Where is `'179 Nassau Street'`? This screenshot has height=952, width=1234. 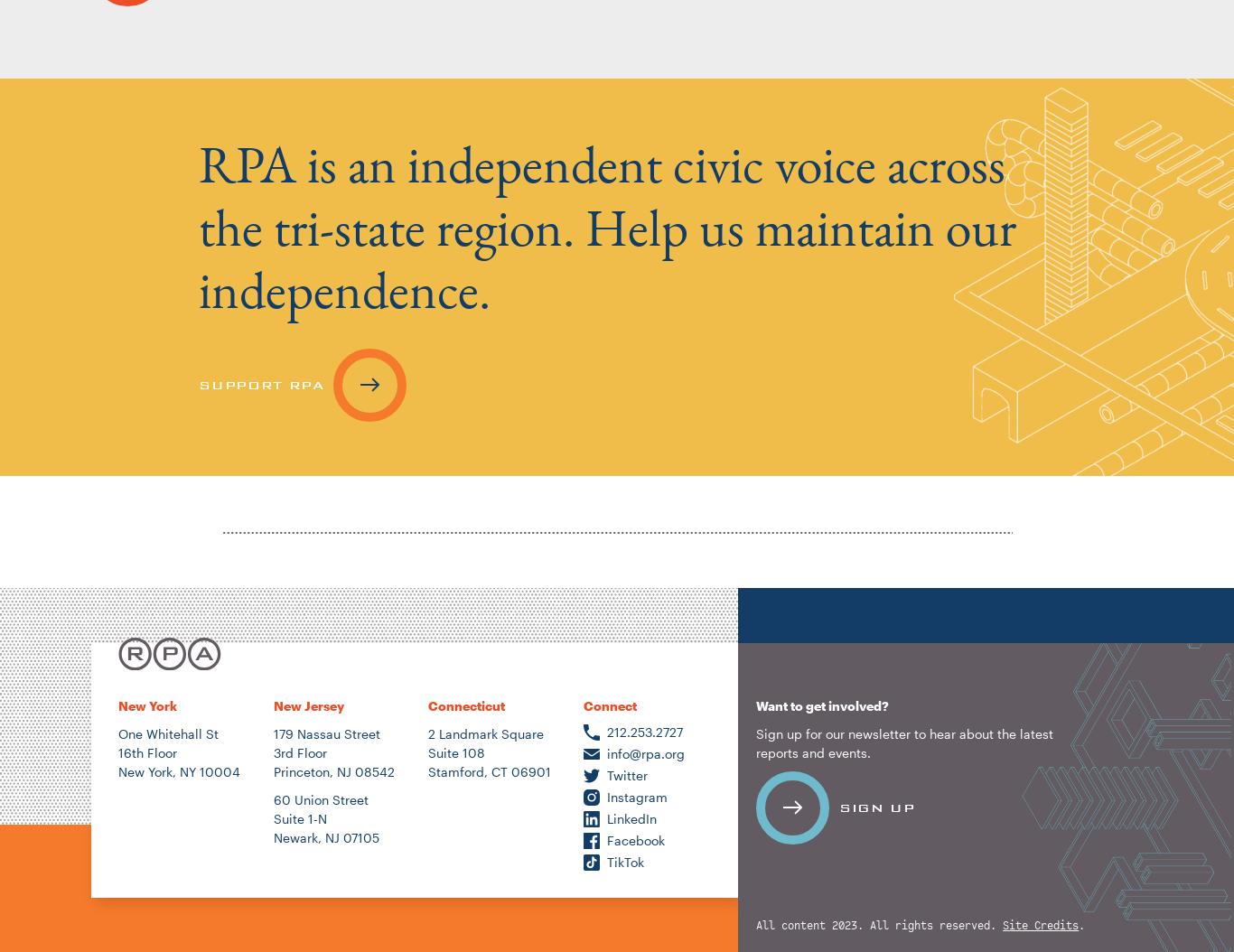 '179 Nassau Street' is located at coordinates (325, 732).